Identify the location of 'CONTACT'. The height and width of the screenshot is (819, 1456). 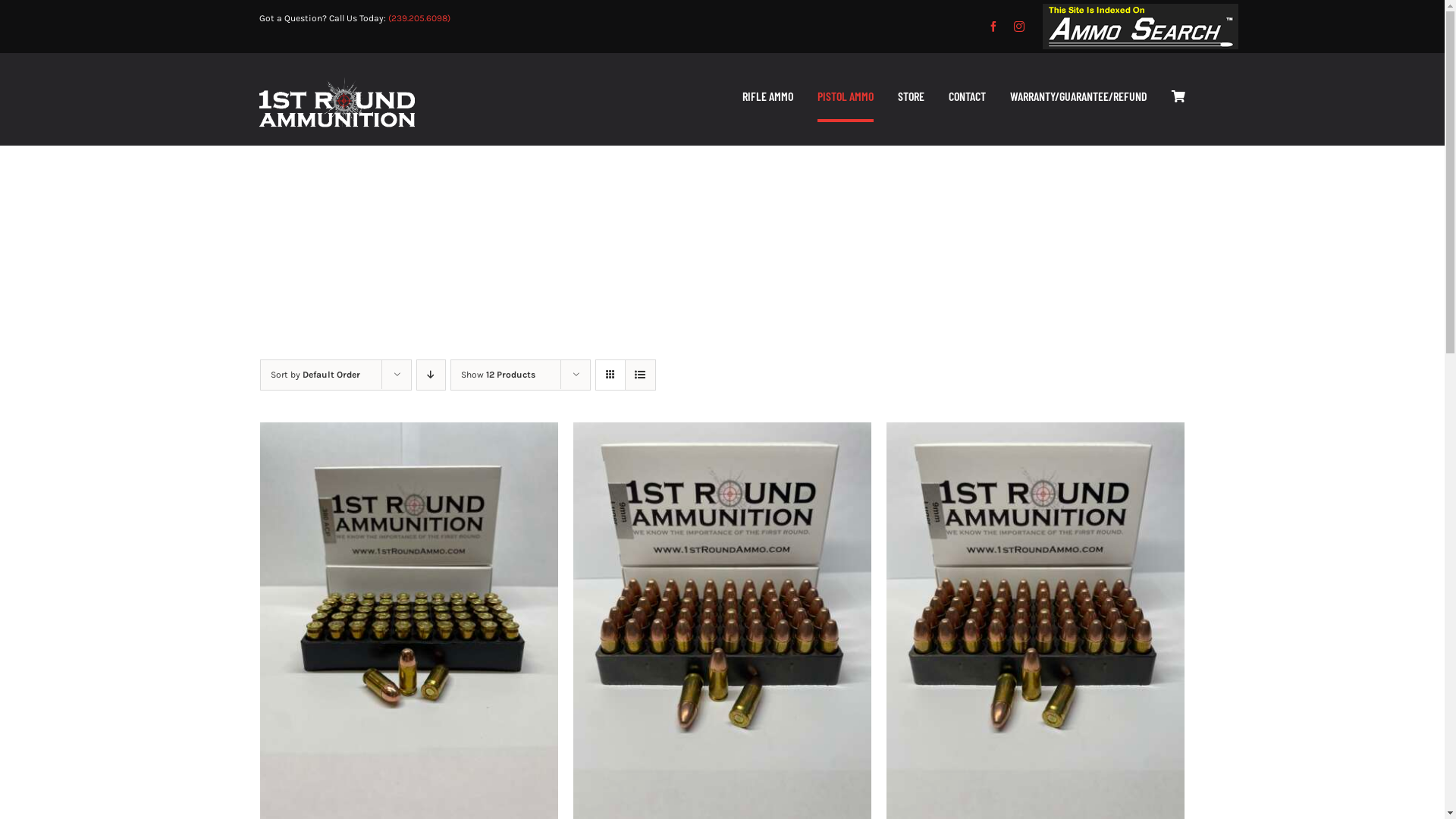
(966, 97).